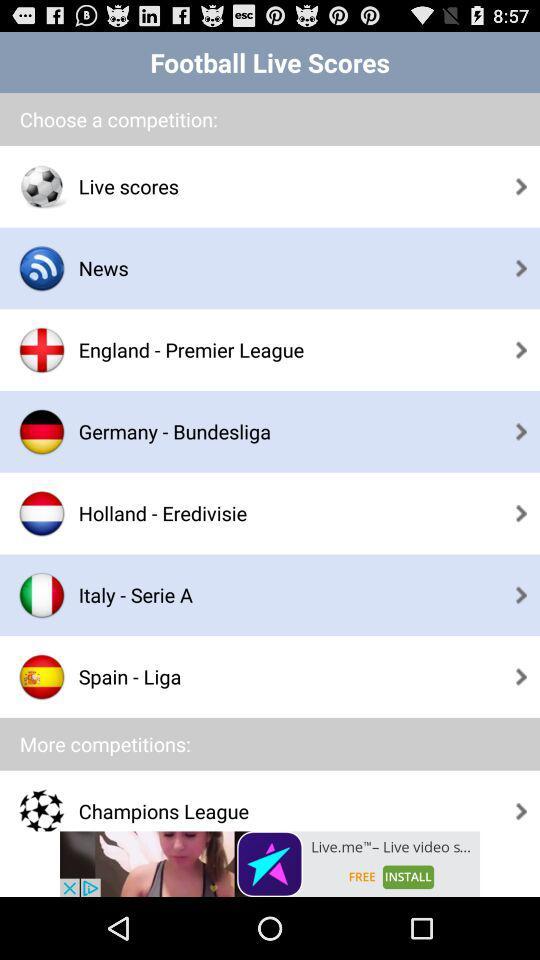 The width and height of the screenshot is (540, 960). Describe the element at coordinates (521, 350) in the screenshot. I see `the third arrow from the top` at that location.